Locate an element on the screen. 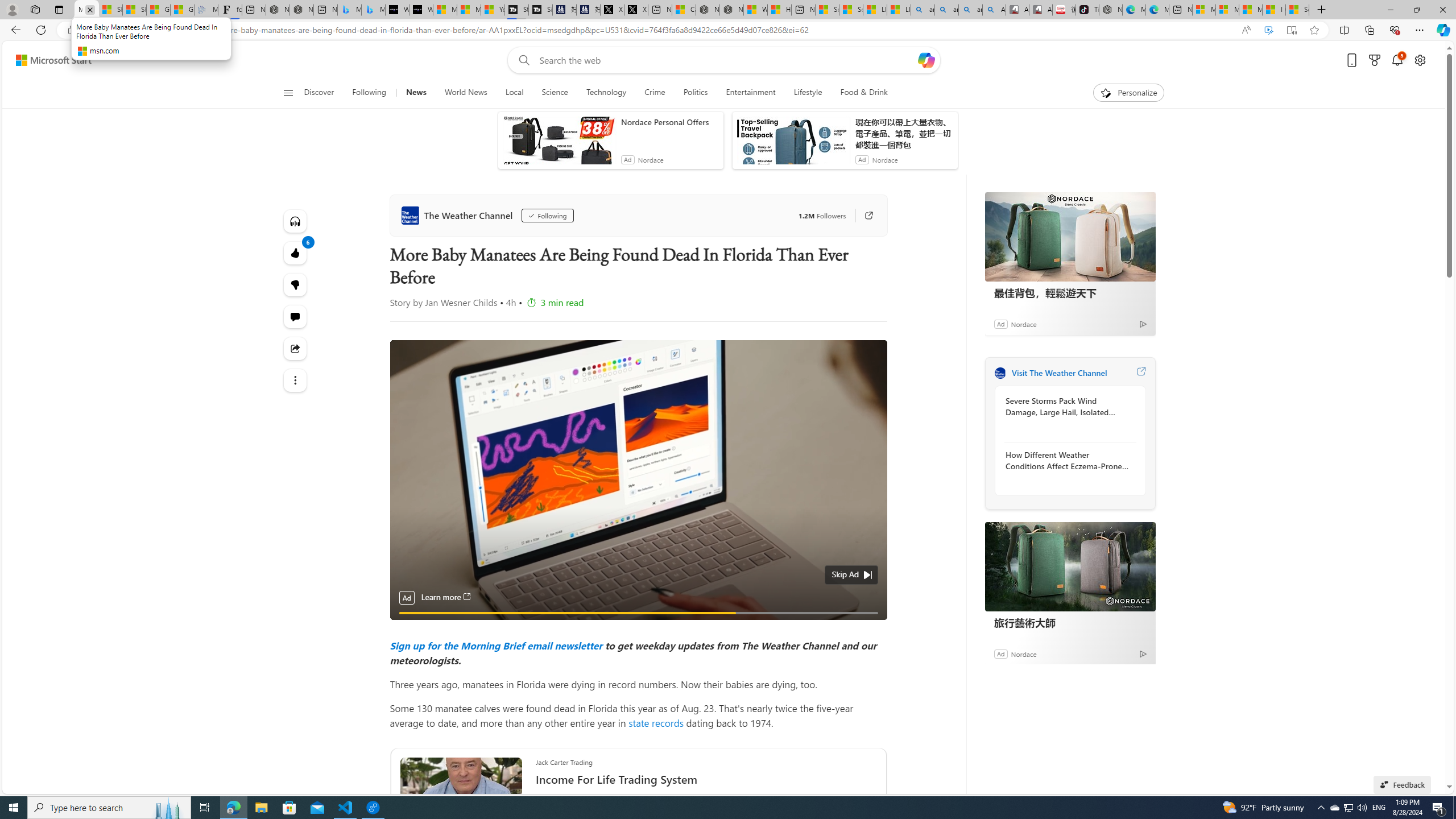  'News' is located at coordinates (415, 92).